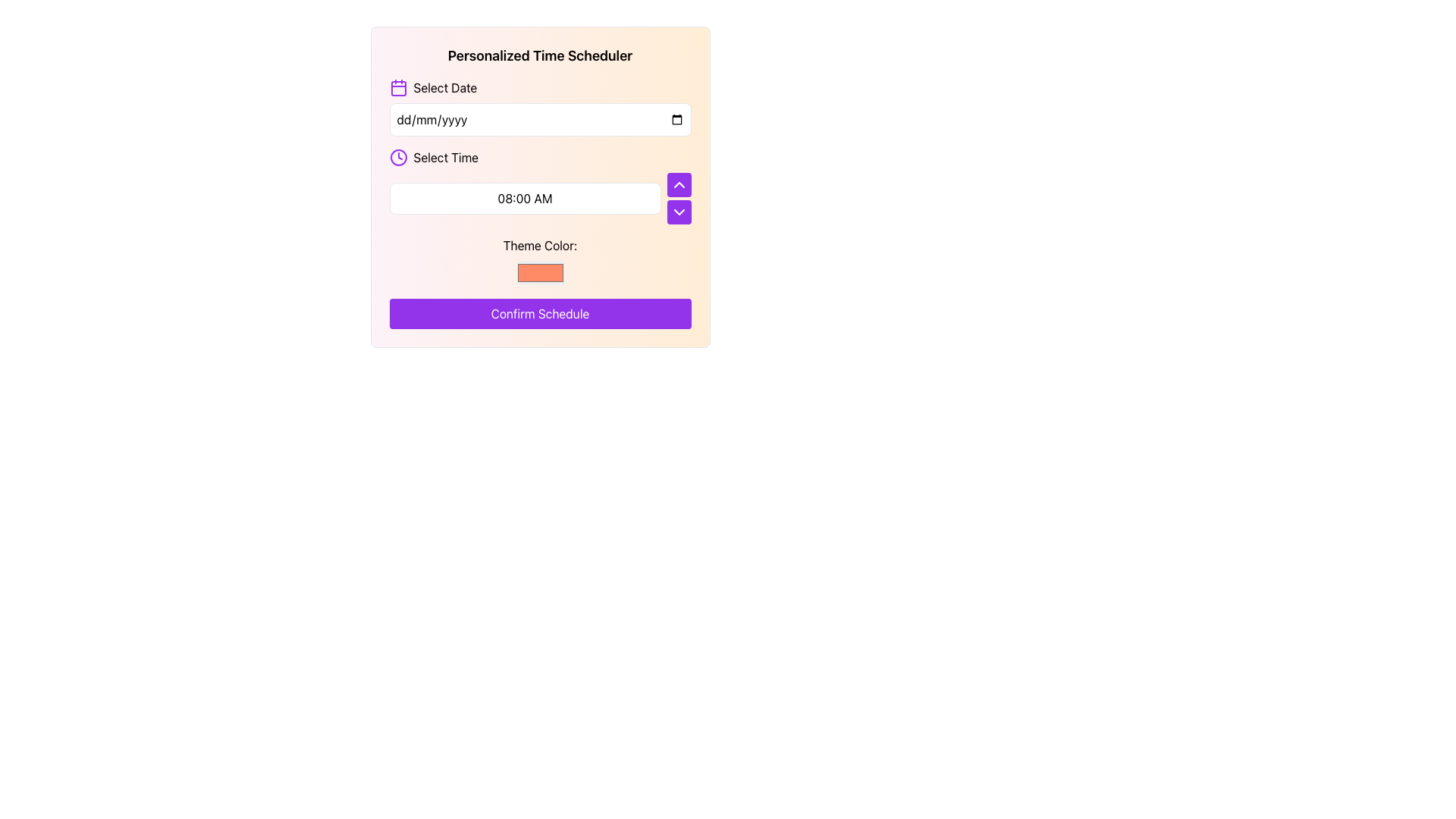 Image resolution: width=1456 pixels, height=819 pixels. I want to click on the clock icon located to the left of the 'Select Time' label for accessibility purposes, so click(398, 158).